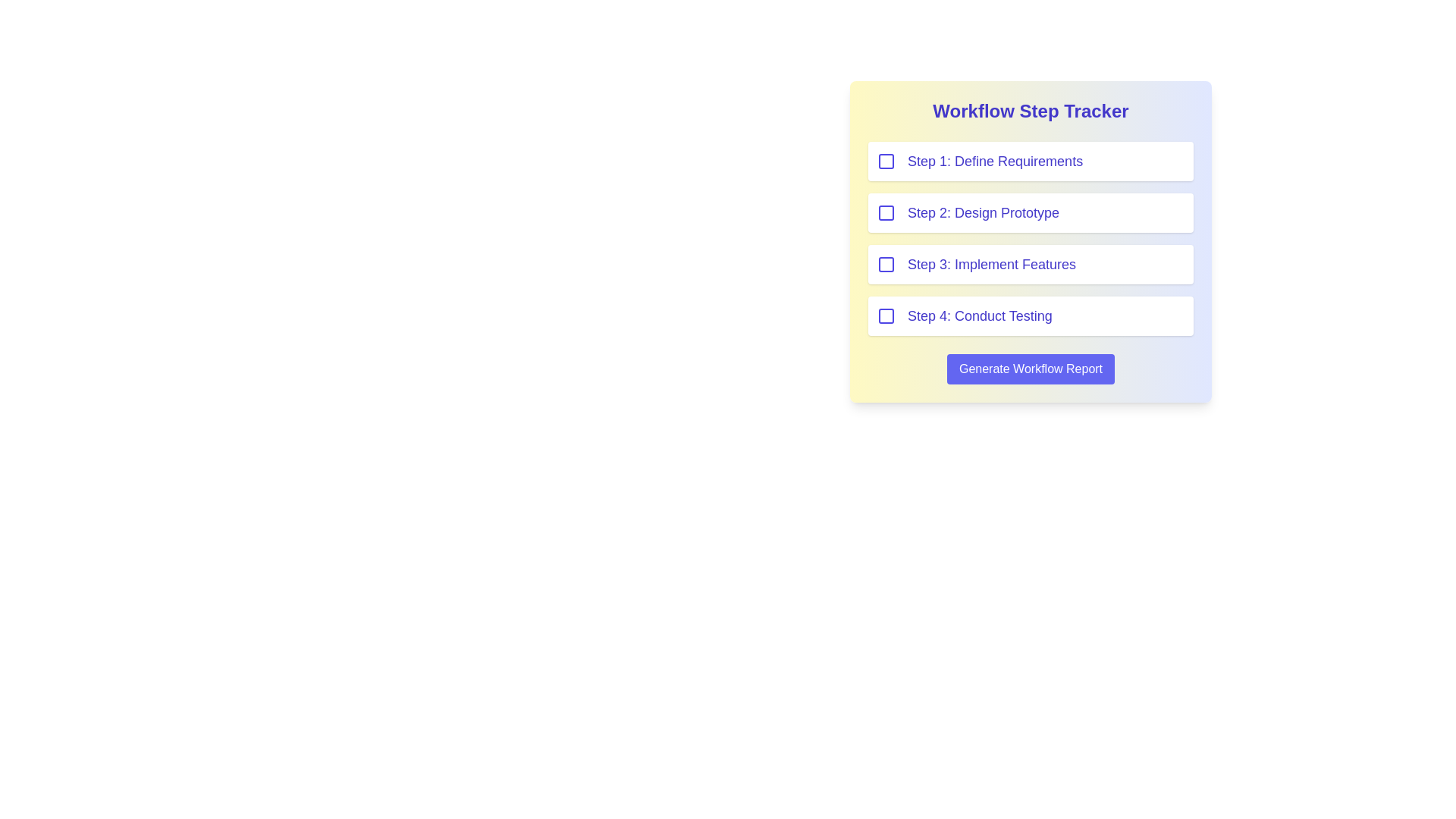  What do you see at coordinates (1031, 369) in the screenshot?
I see `the blue button labeled 'Generate Workflow Report' located below 'Step 4: Conduct Testing' in the 'Workflow Step Tracker' to generate the workflow report` at bounding box center [1031, 369].